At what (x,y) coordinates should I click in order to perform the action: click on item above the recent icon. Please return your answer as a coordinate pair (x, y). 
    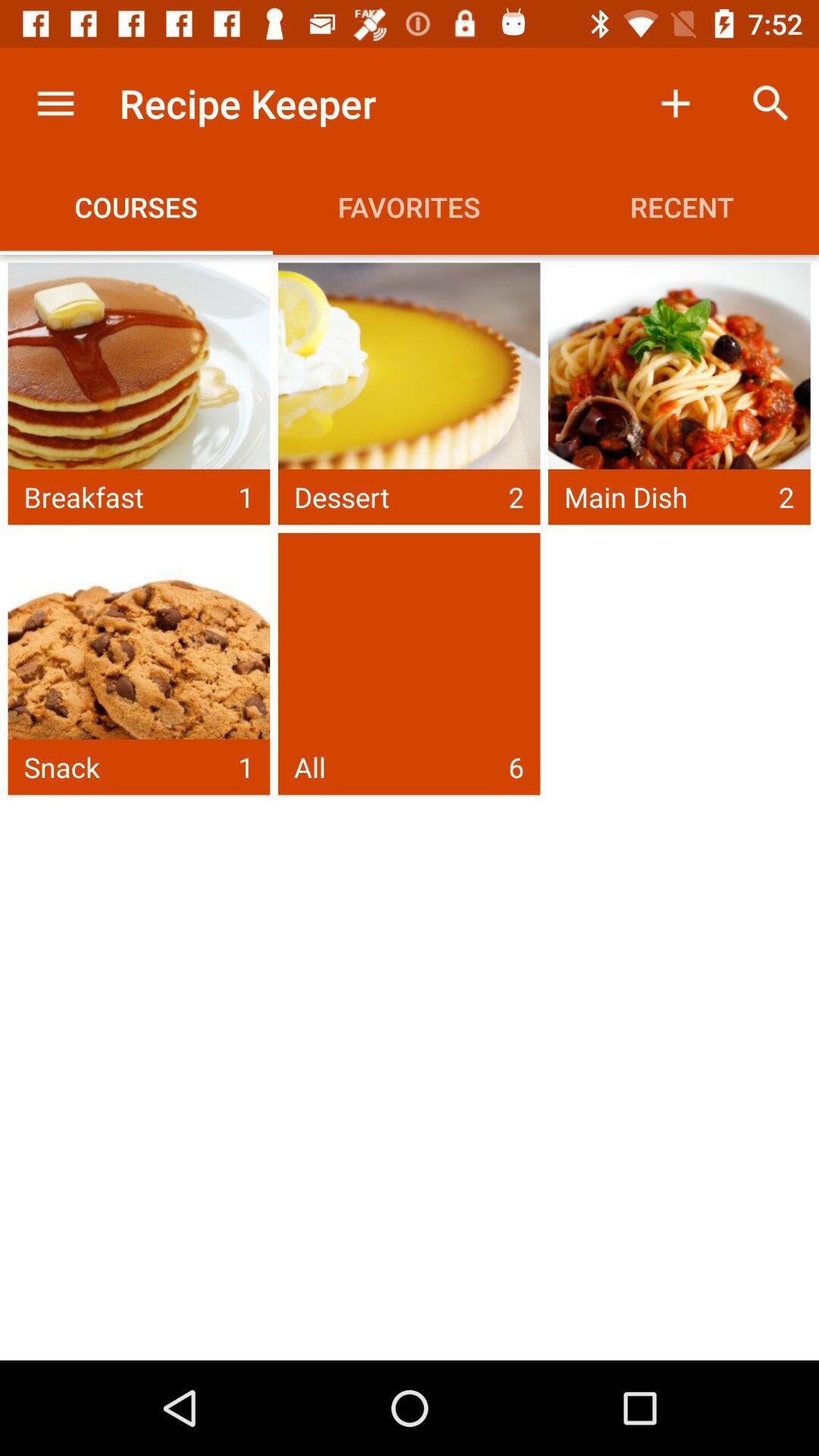
    Looking at the image, I should click on (771, 102).